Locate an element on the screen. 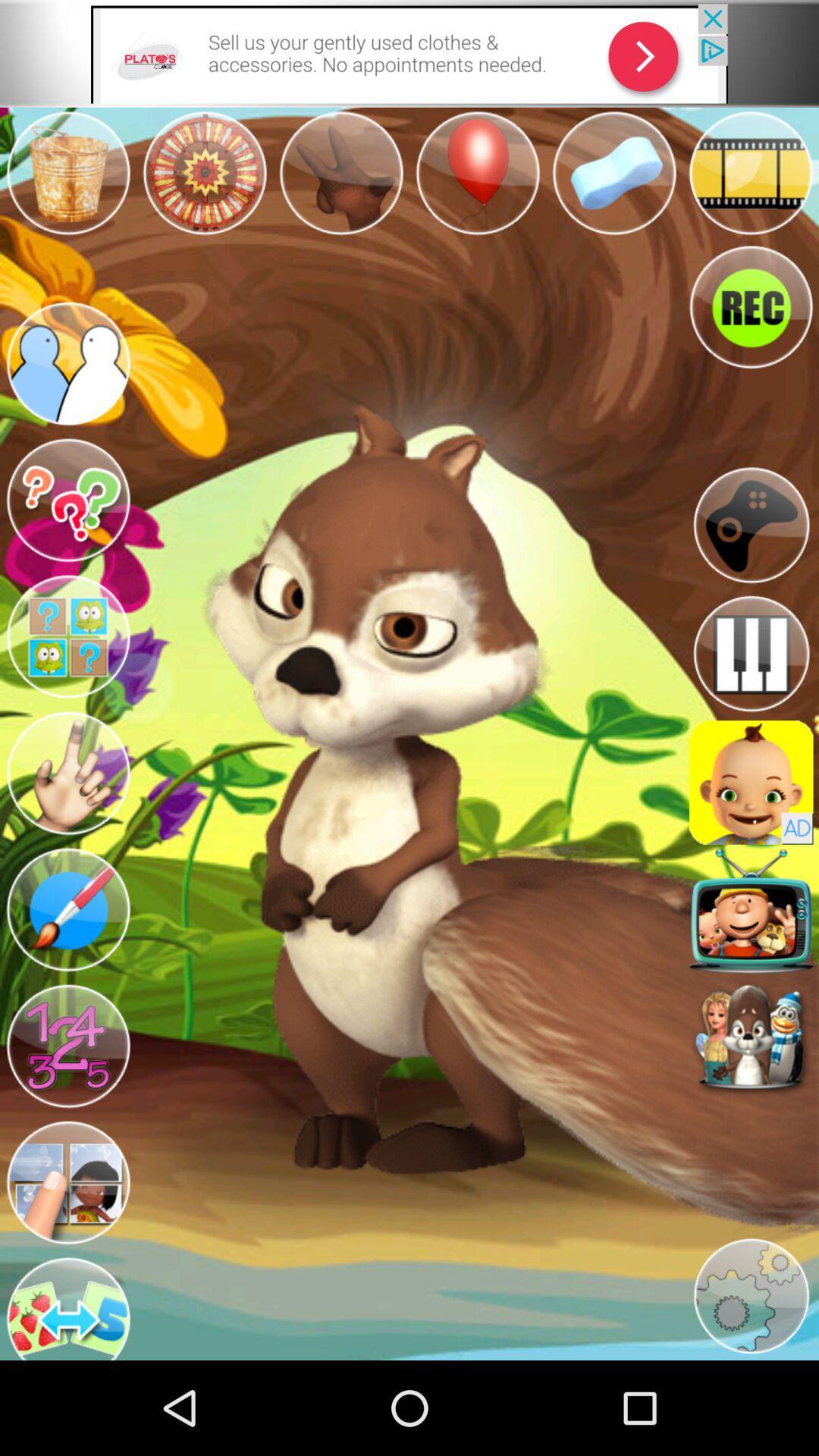 This screenshot has width=819, height=1456. the pause icon is located at coordinates (751, 699).